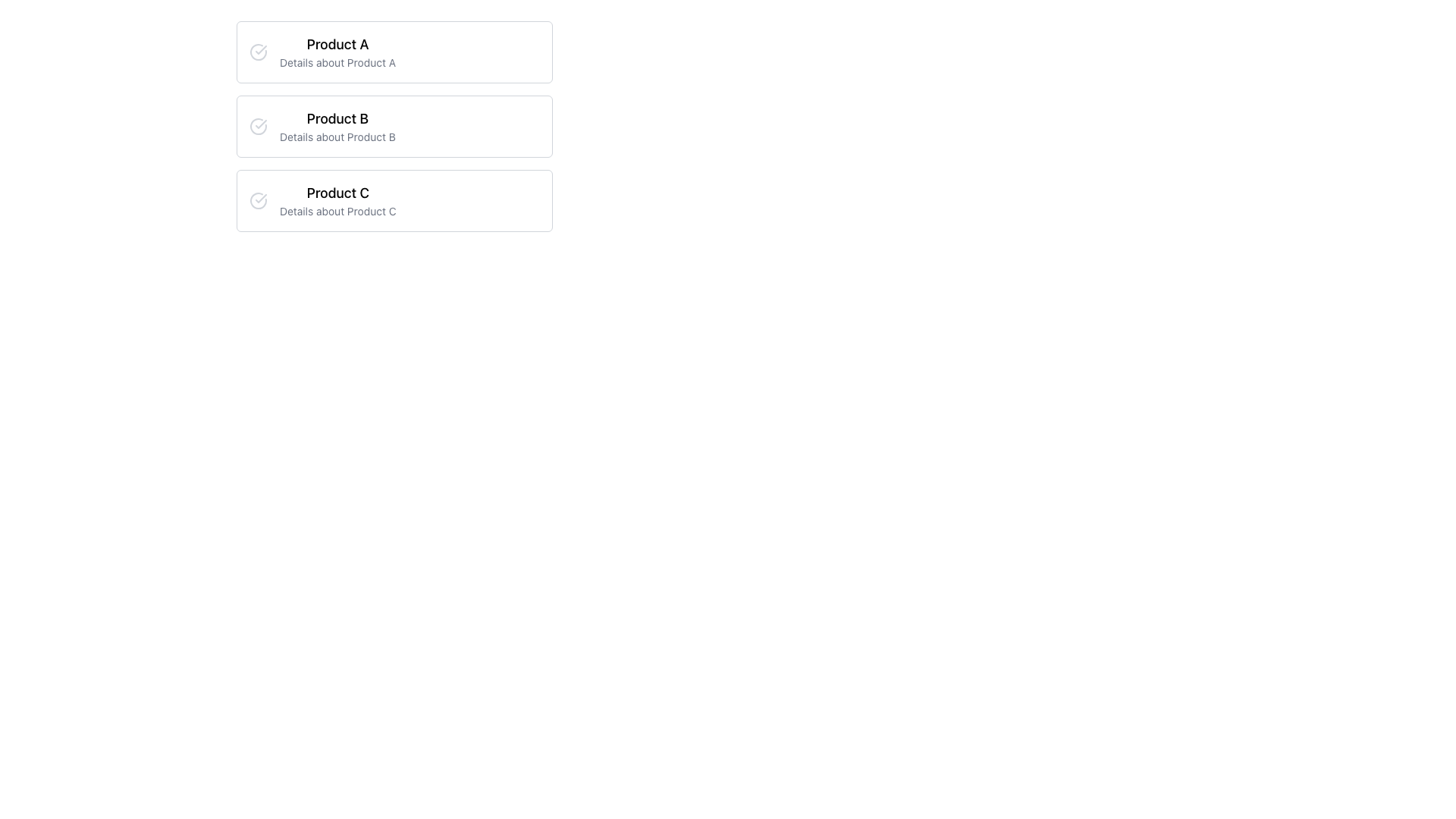 This screenshot has width=1456, height=819. Describe the element at coordinates (337, 137) in the screenshot. I see `the Text Label that provides additional descriptive information about the product labeled 'Product B', which is positioned below the title text and centrally aligned in the vertical list of products` at that location.